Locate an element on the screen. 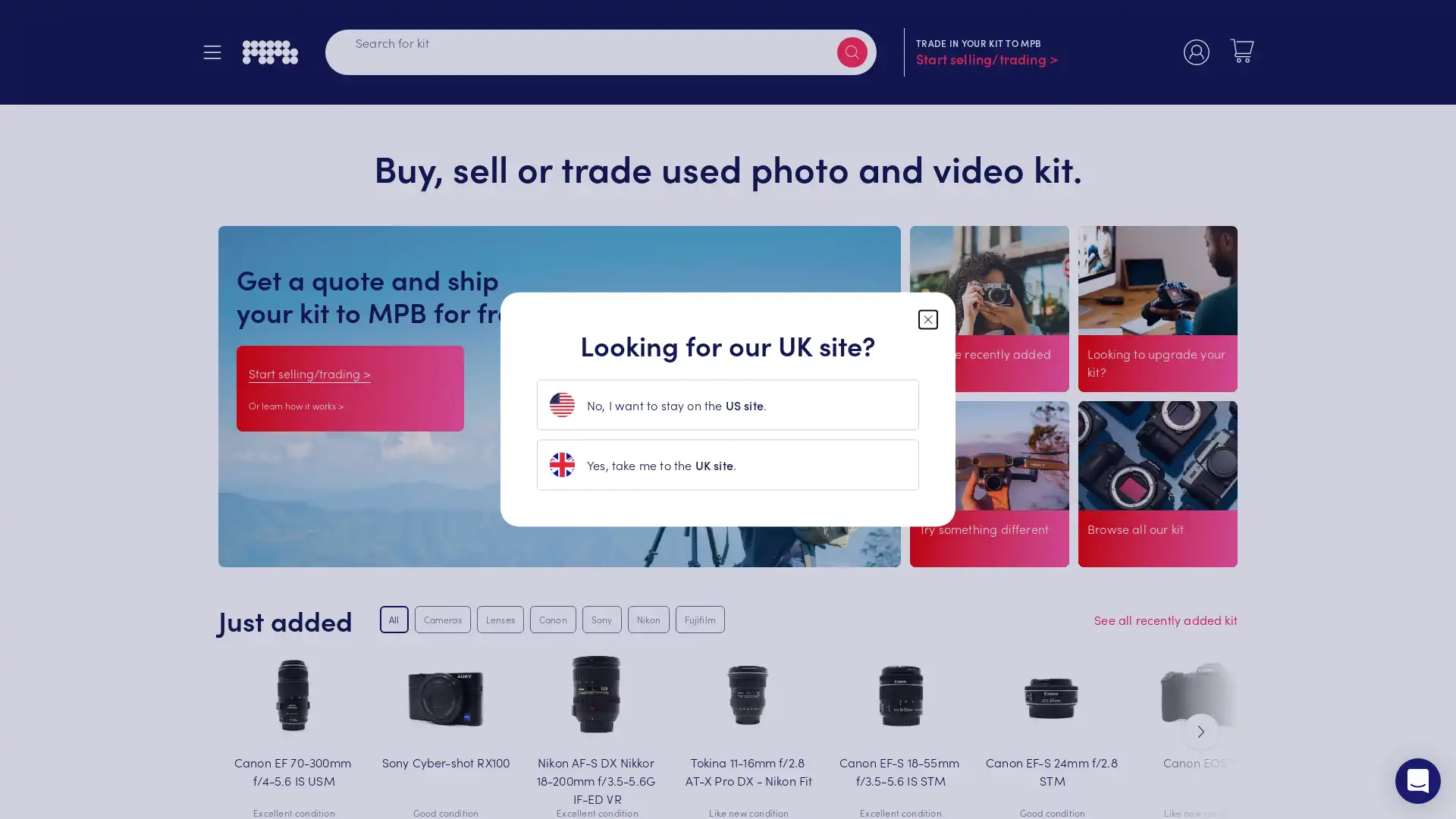 Image resolution: width=1456 pixels, height=819 pixels. Or learn how it works > is located at coordinates (296, 404).